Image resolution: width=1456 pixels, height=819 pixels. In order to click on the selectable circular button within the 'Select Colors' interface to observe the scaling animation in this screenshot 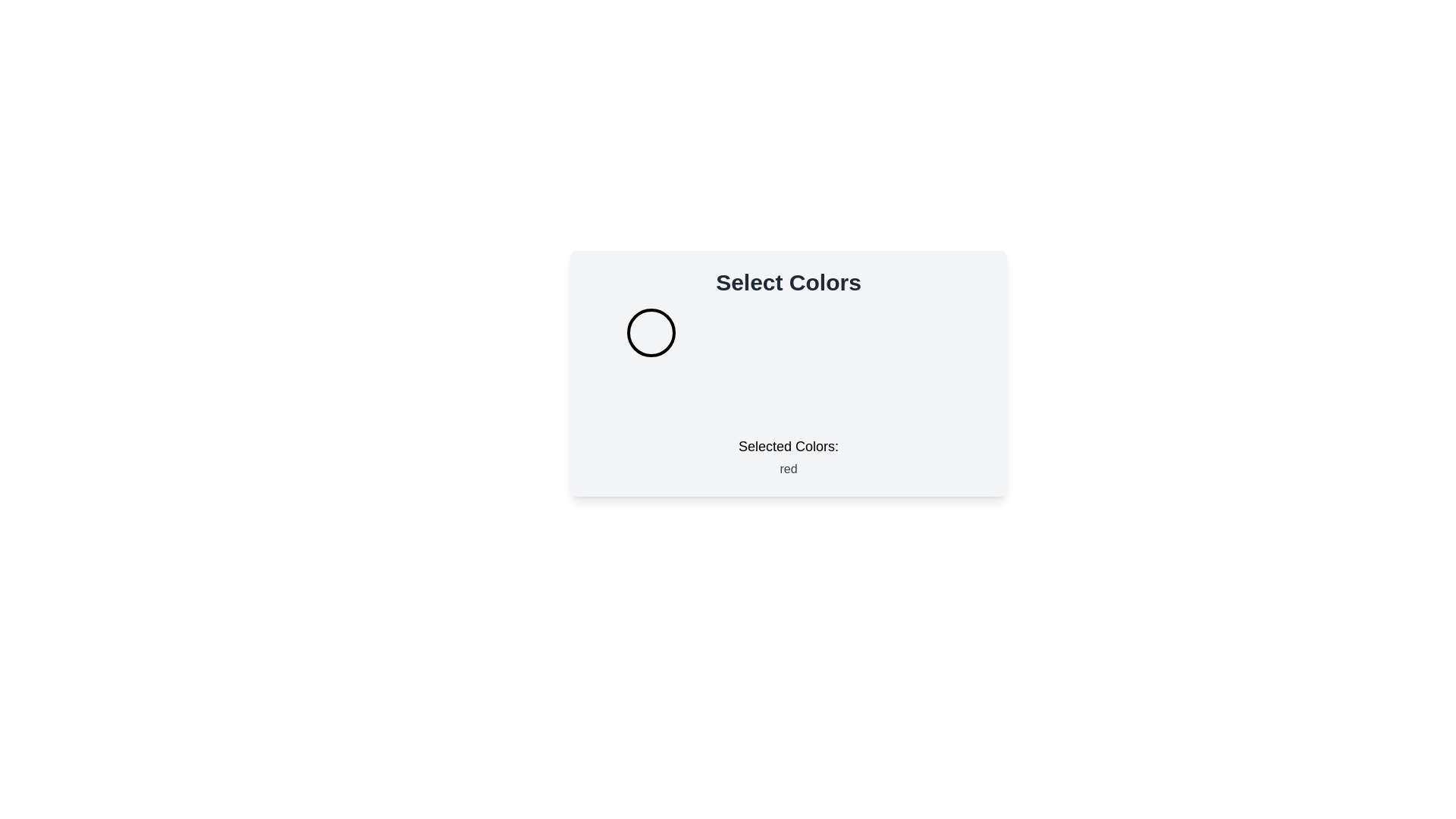, I will do `click(925, 332)`.